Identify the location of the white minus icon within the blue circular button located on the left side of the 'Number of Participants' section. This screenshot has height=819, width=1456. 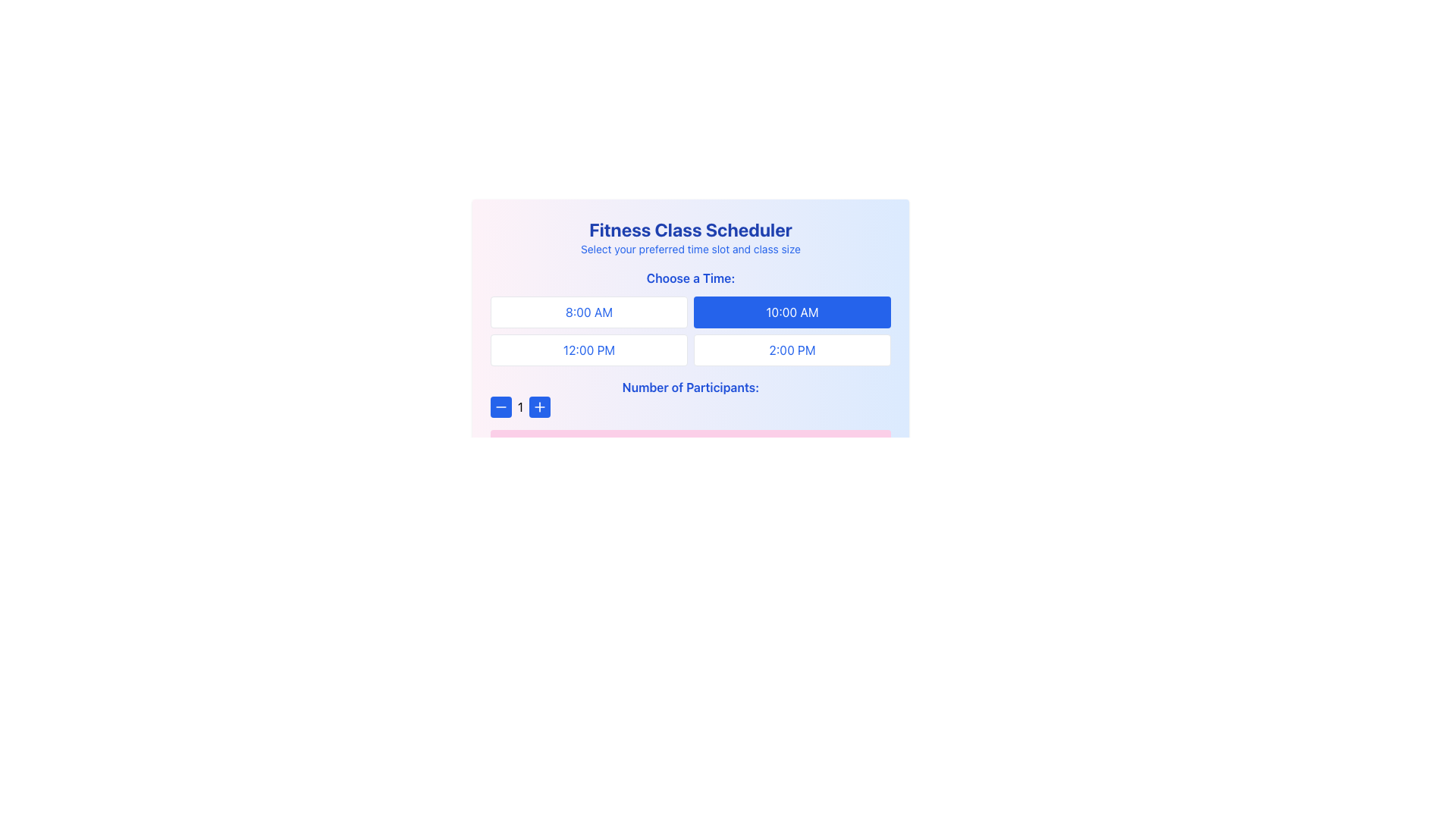
(501, 406).